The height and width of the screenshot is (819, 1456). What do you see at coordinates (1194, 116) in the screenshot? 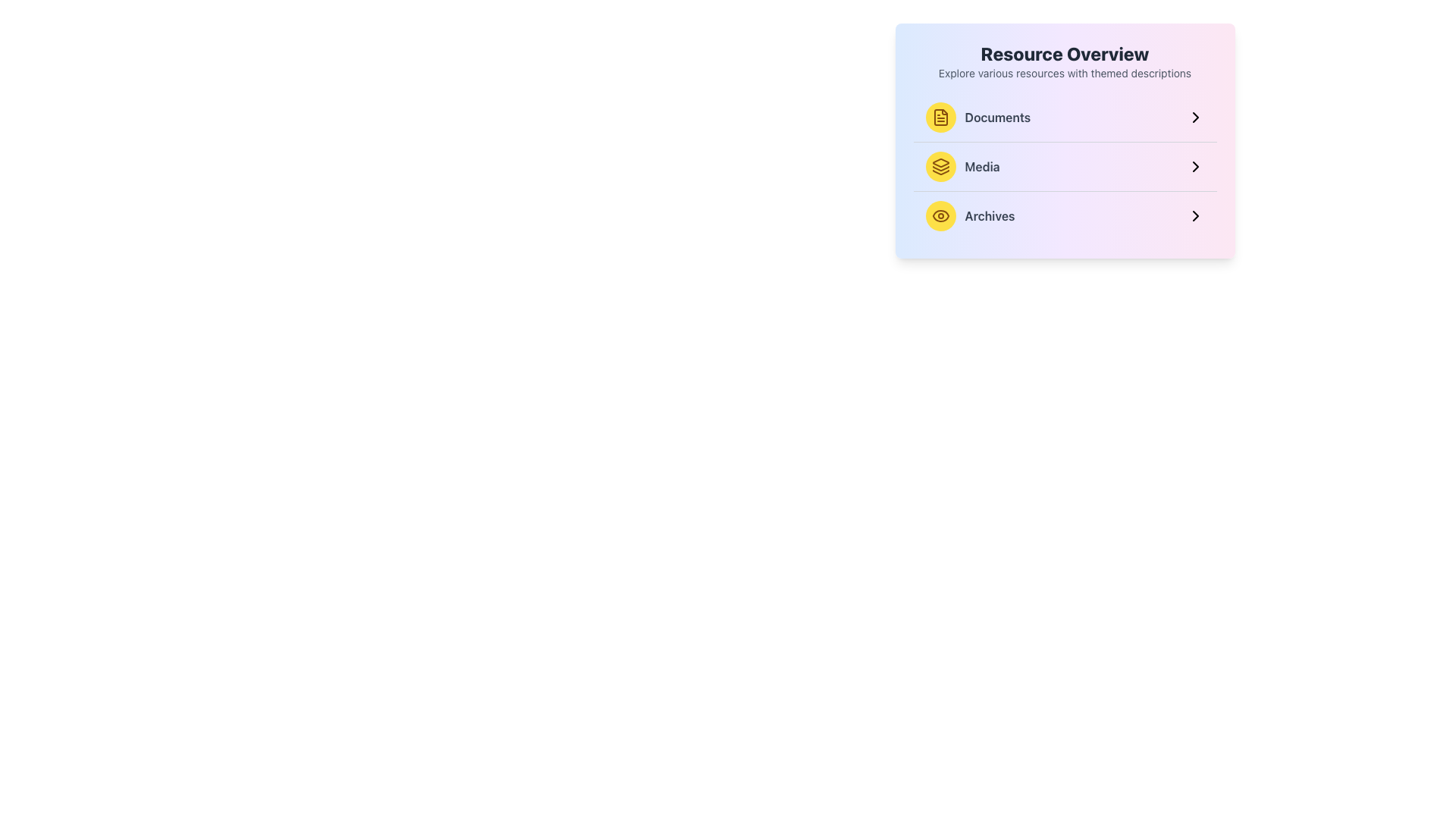
I see `the arrow icon located in the right section of the 'Documents' list item` at bounding box center [1194, 116].